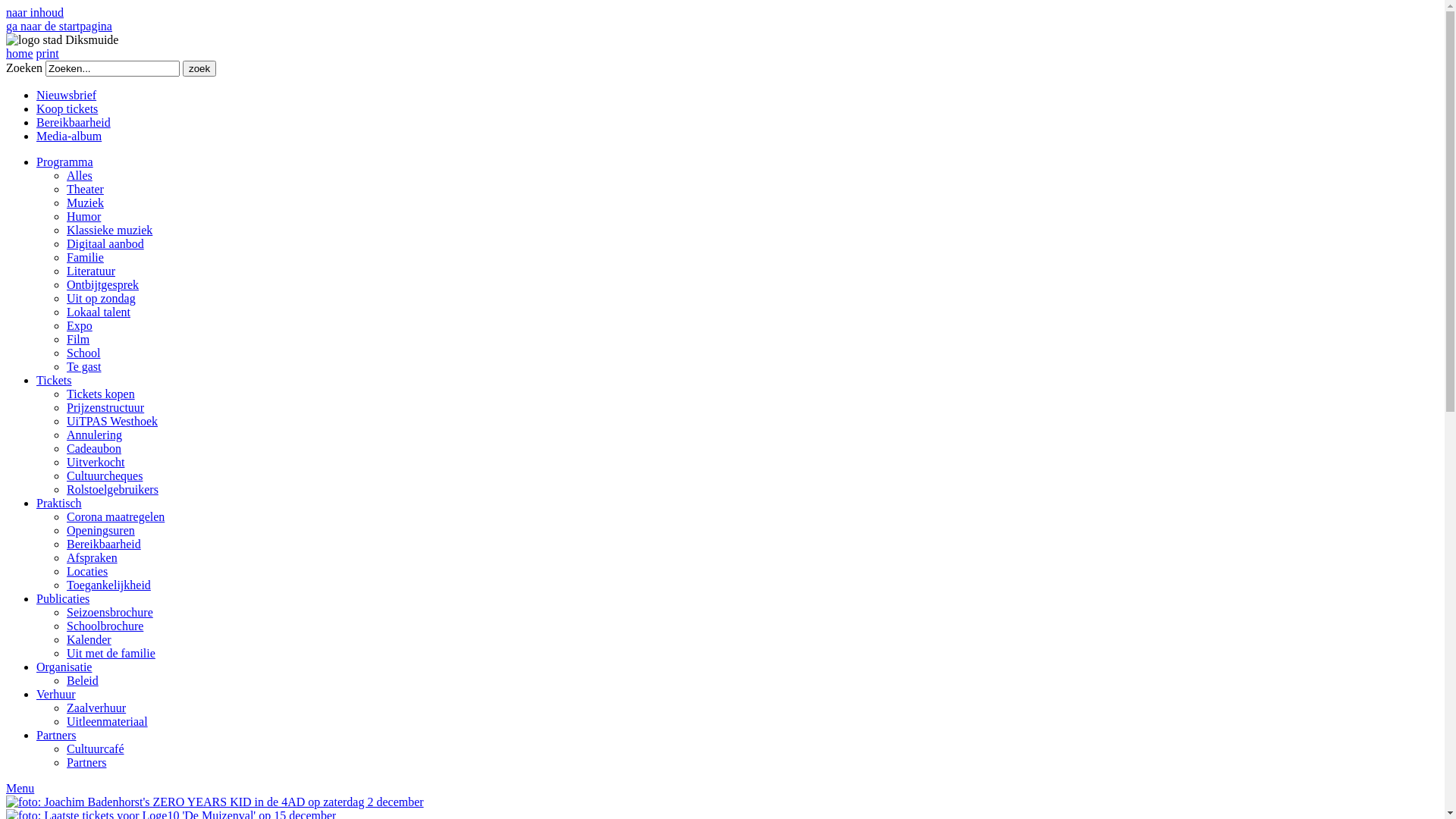 The width and height of the screenshot is (1456, 819). What do you see at coordinates (35, 12) in the screenshot?
I see `'naar inhoud'` at bounding box center [35, 12].